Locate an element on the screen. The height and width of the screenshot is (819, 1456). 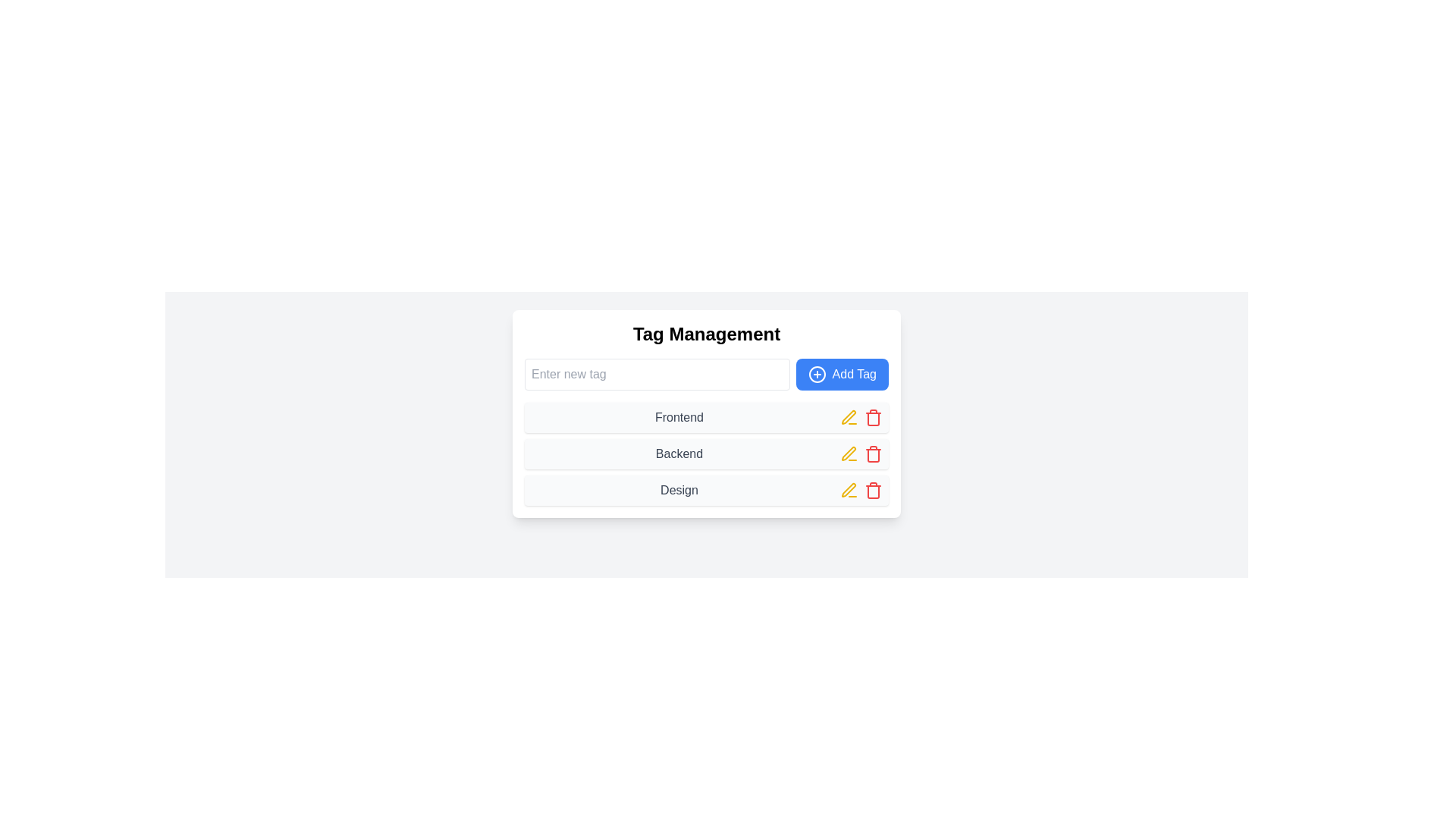
the red trash can icon, which is the rightmost icon in the Tag Management interface is located at coordinates (874, 418).